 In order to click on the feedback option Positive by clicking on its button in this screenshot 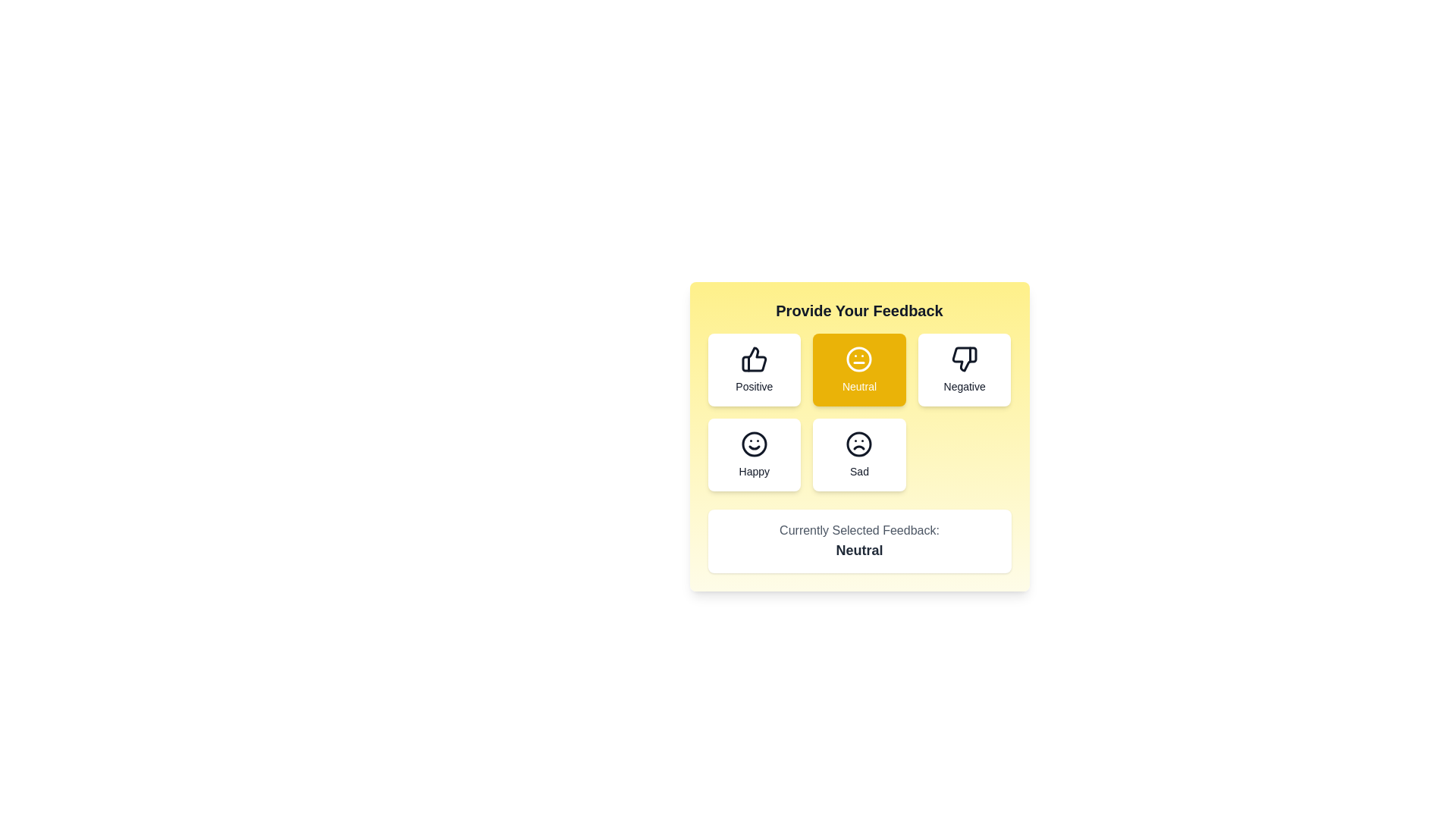, I will do `click(754, 370)`.